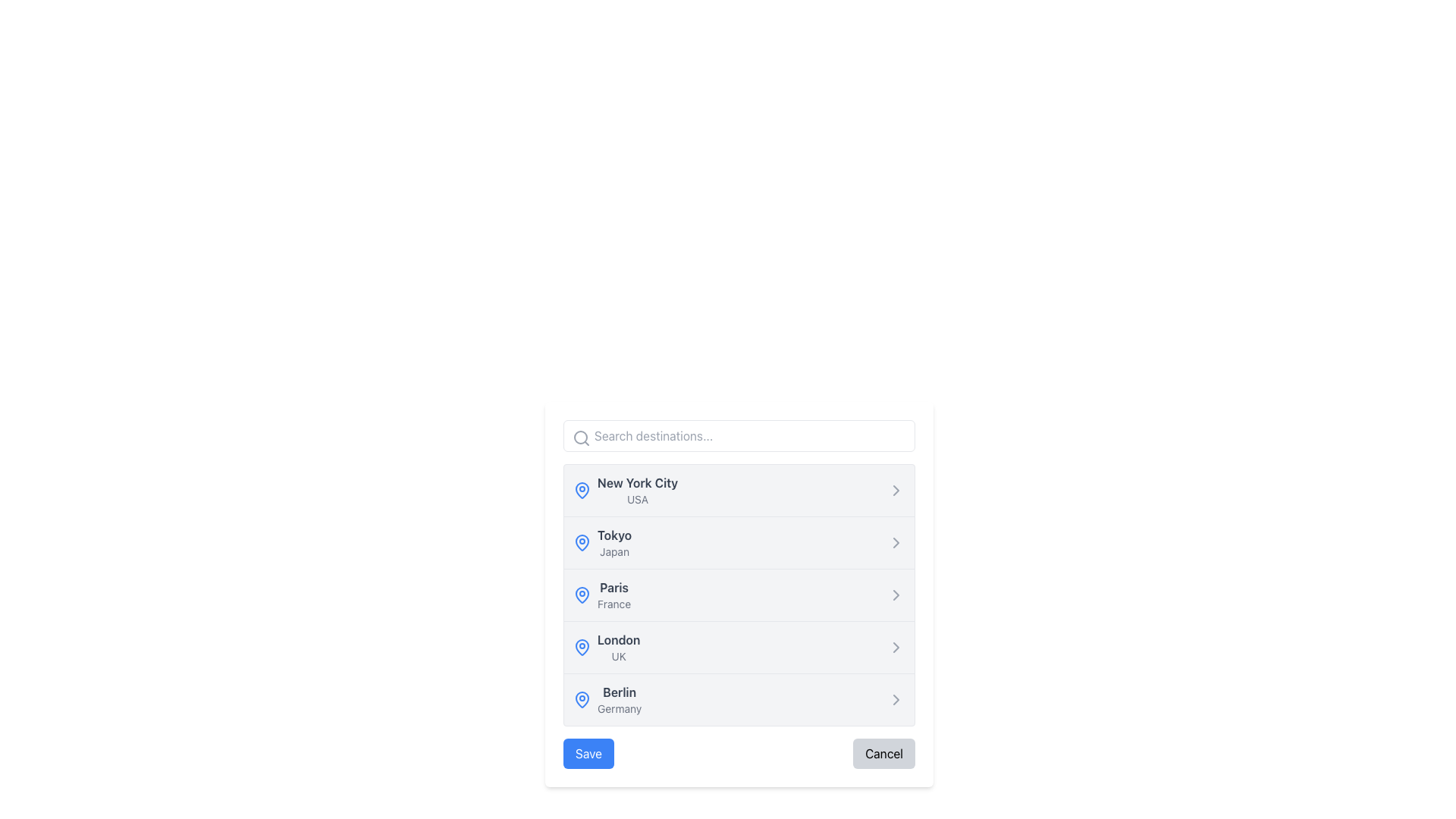 This screenshot has width=1456, height=819. Describe the element at coordinates (638, 491) in the screenshot. I see `the first list item displaying 'New York City' with a blue map pin icon` at that location.